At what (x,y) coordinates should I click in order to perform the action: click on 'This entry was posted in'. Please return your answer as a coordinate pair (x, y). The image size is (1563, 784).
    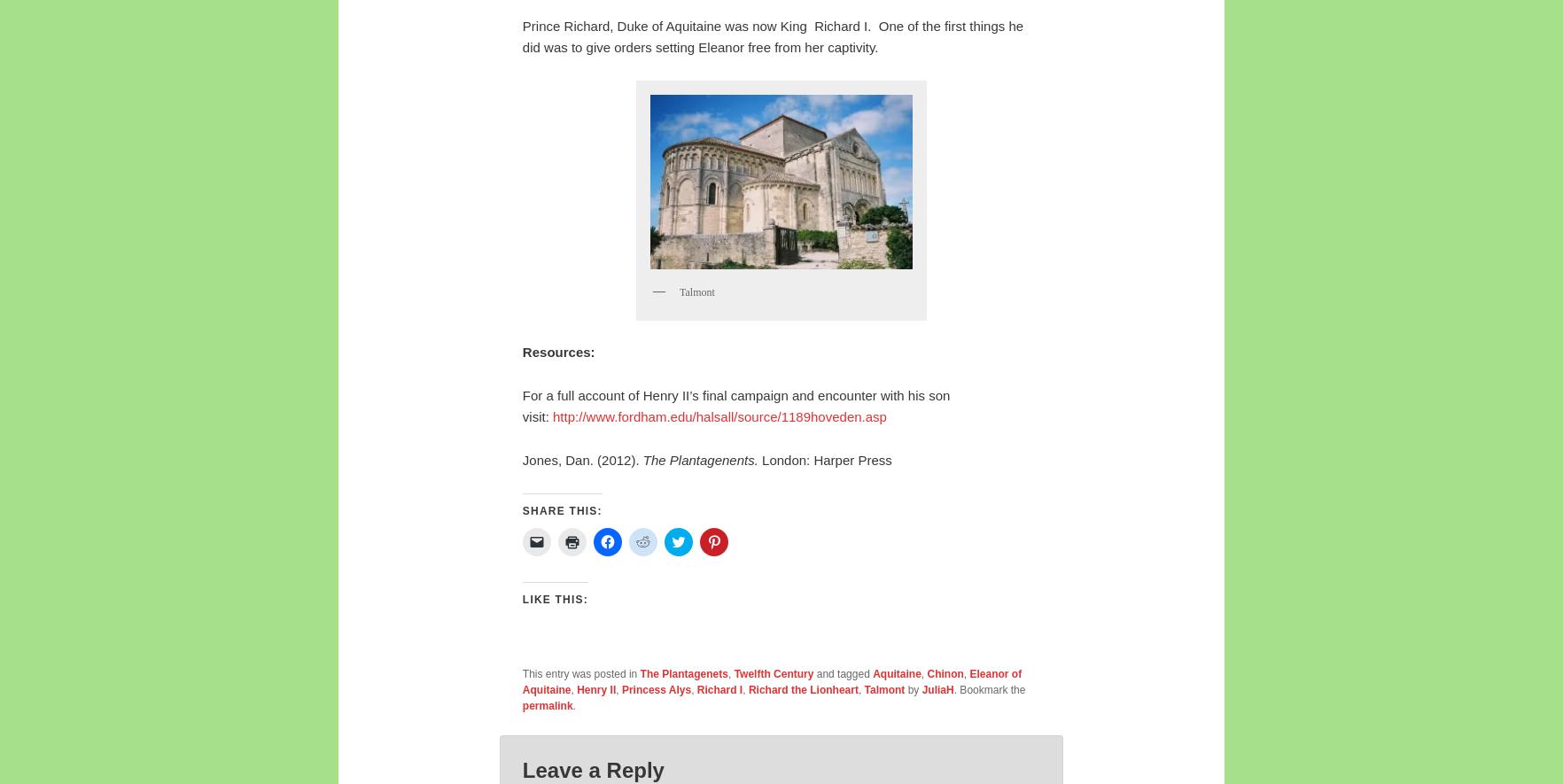
    Looking at the image, I should click on (580, 673).